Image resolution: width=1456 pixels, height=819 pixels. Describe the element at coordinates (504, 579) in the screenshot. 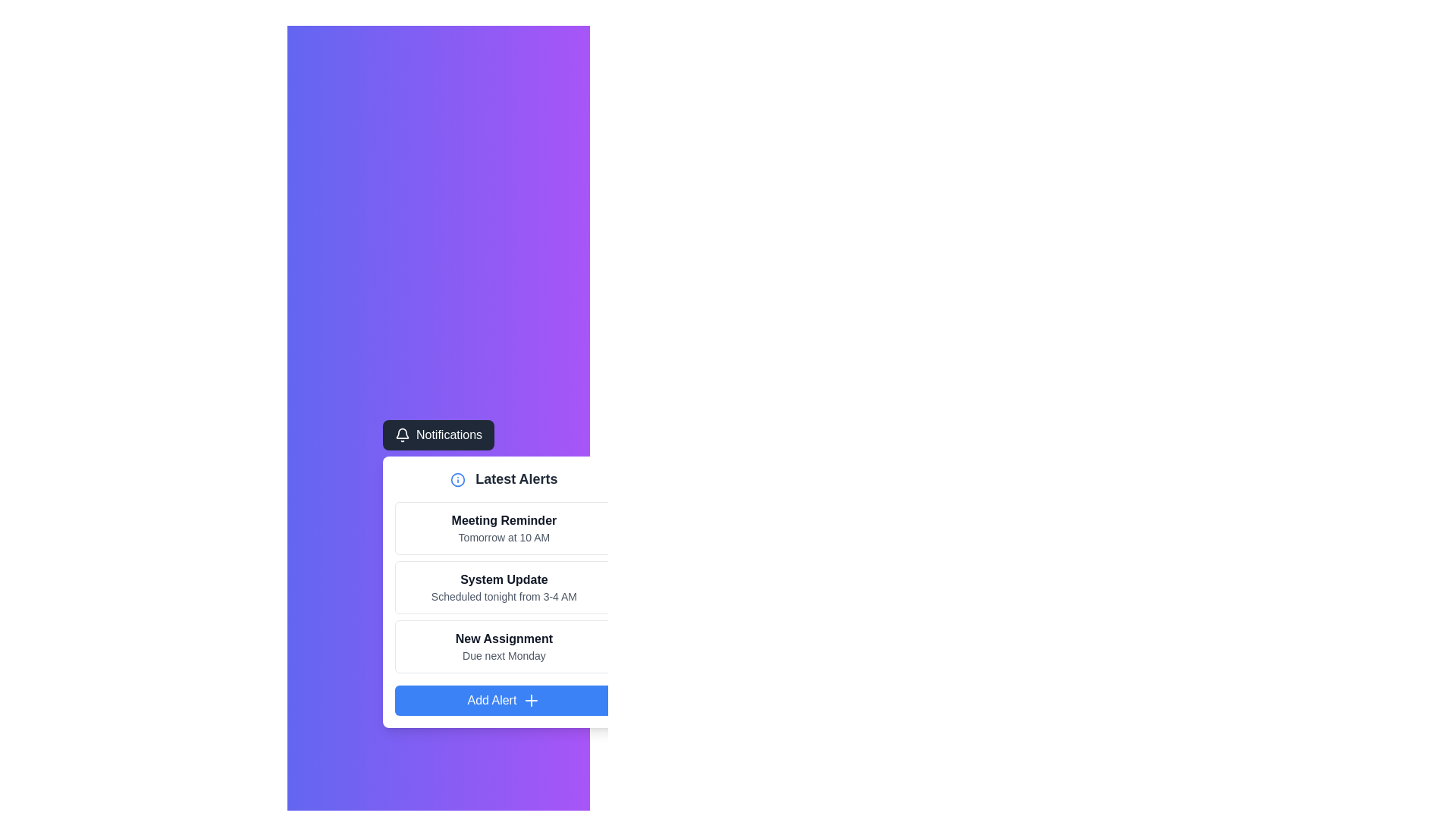

I see `the text label displaying 'System Update'` at that location.